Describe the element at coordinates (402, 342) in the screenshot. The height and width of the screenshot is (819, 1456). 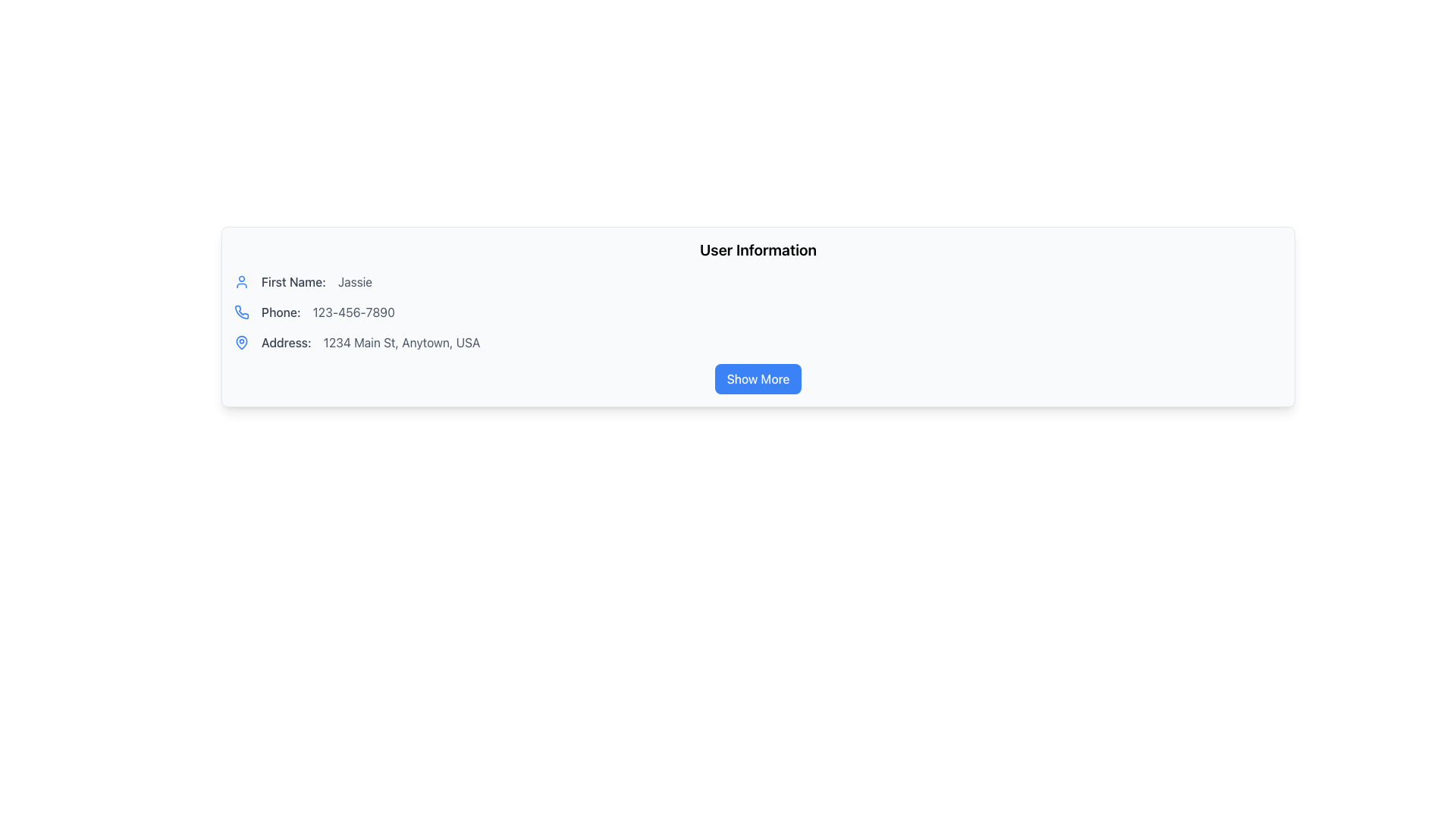
I see `the static text displaying the user's address information, which is located to the right of the 'Address:' label in the user details panel` at that location.